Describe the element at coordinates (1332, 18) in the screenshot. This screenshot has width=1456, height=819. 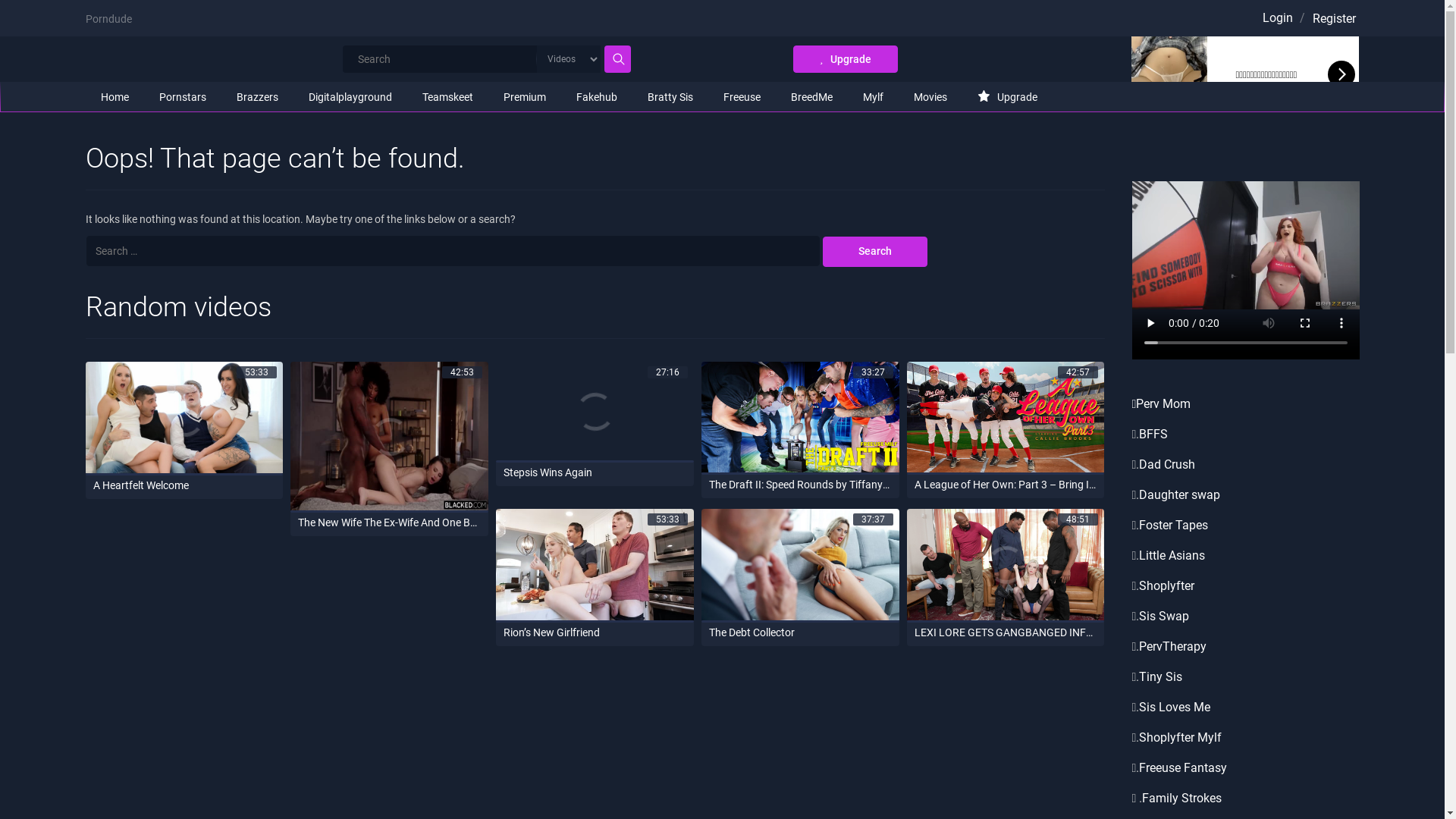
I see `'Register'` at that location.